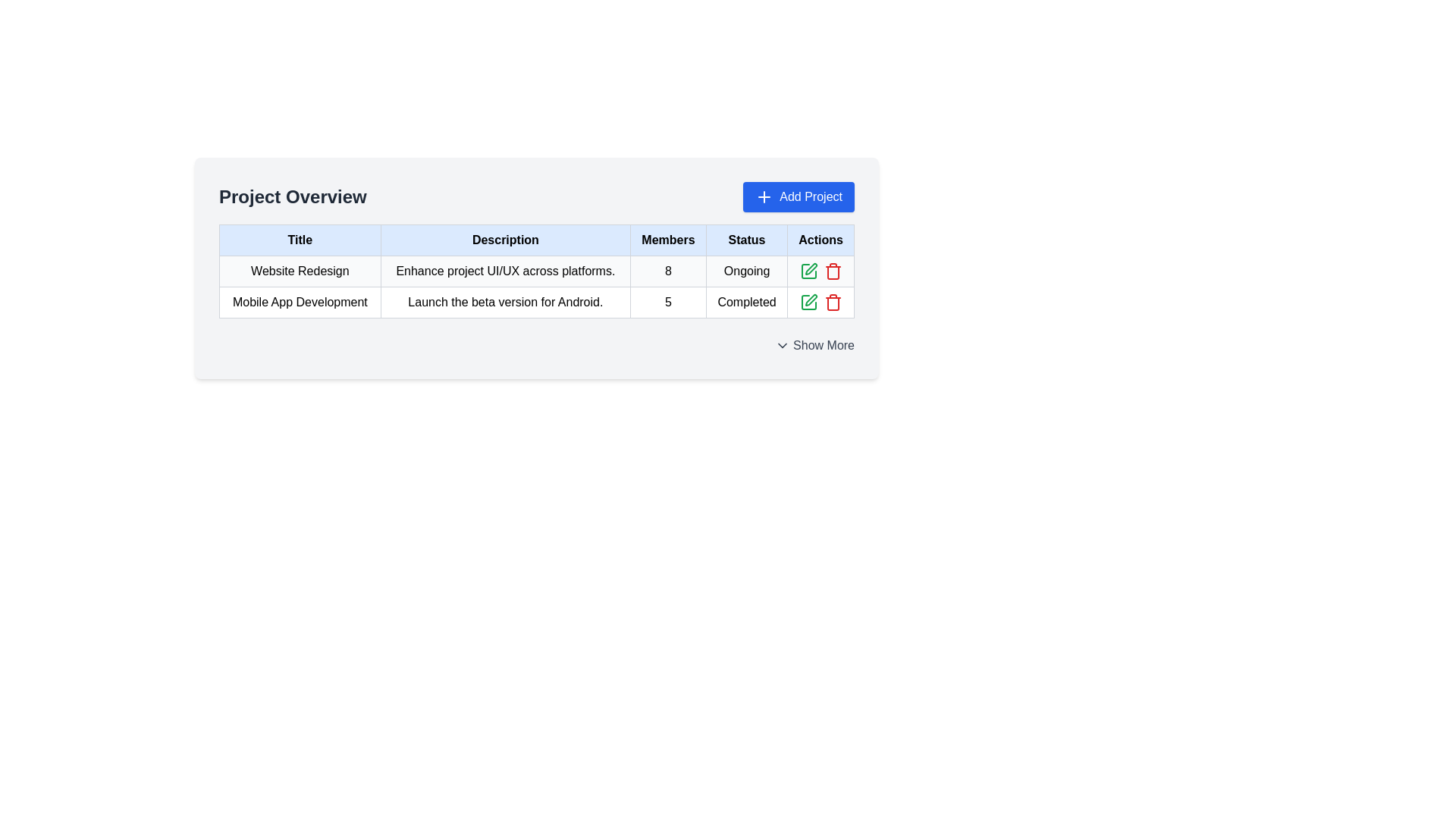  What do you see at coordinates (808, 302) in the screenshot?
I see `the edit icon in the first row of the 'Actions' column to initiate the edit action` at bounding box center [808, 302].